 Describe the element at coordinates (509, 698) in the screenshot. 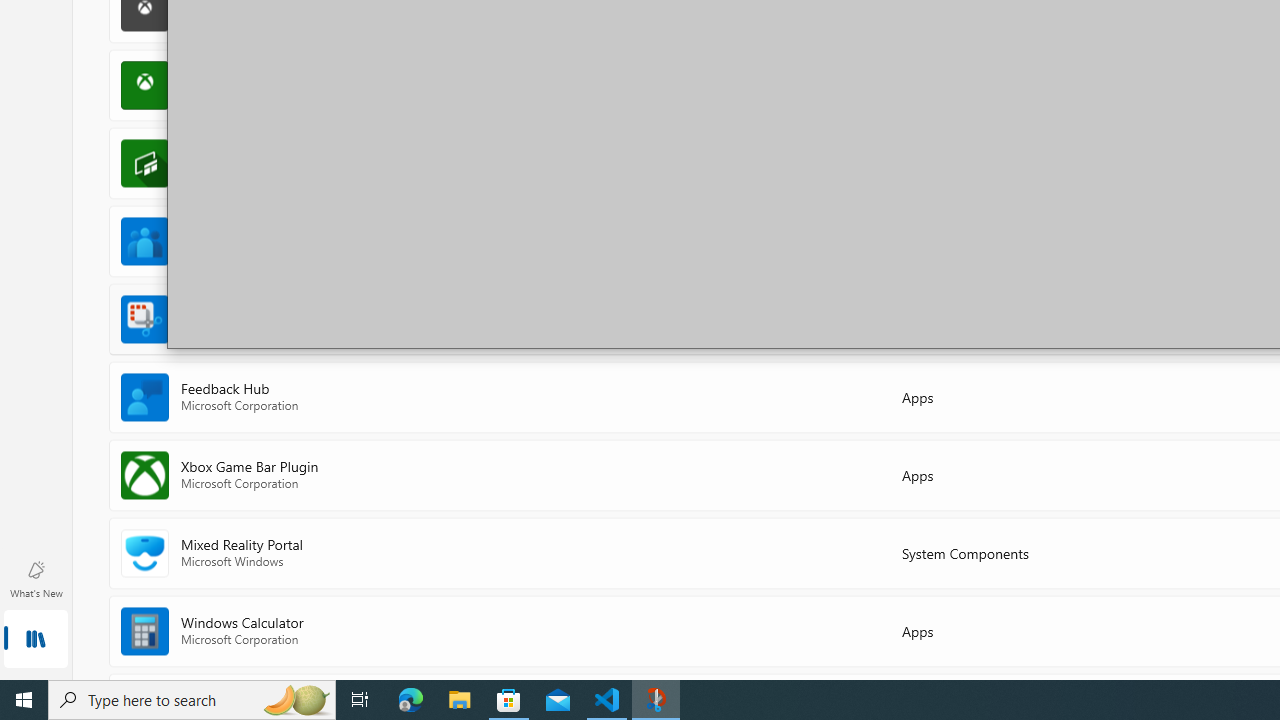

I see `'Microsoft Store - 1 running window'` at that location.